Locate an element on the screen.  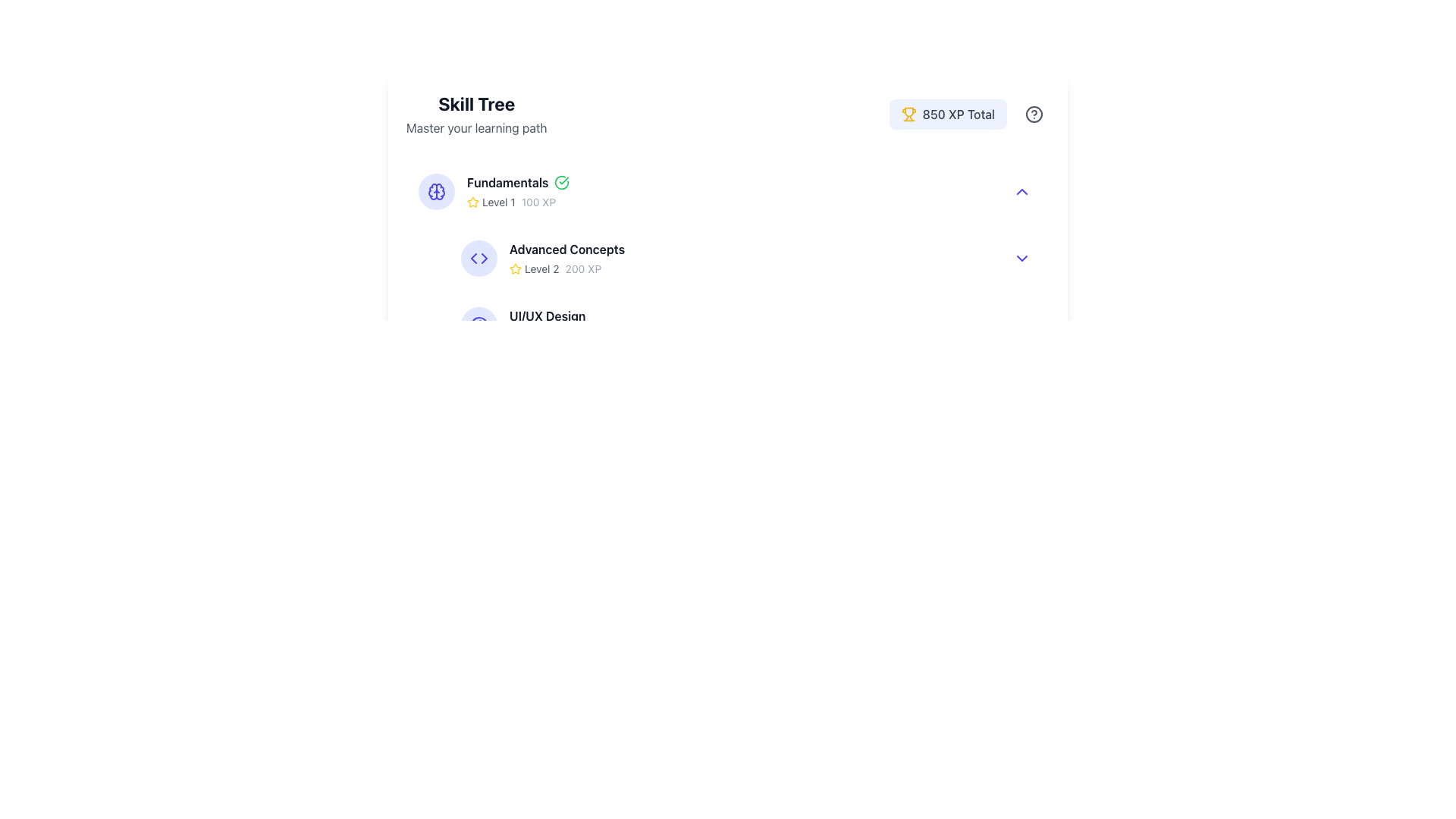
the textual label displaying experience points (XP) that is positioned to the right of 'Level 1' and aligned horizontally with it is located at coordinates (538, 201).